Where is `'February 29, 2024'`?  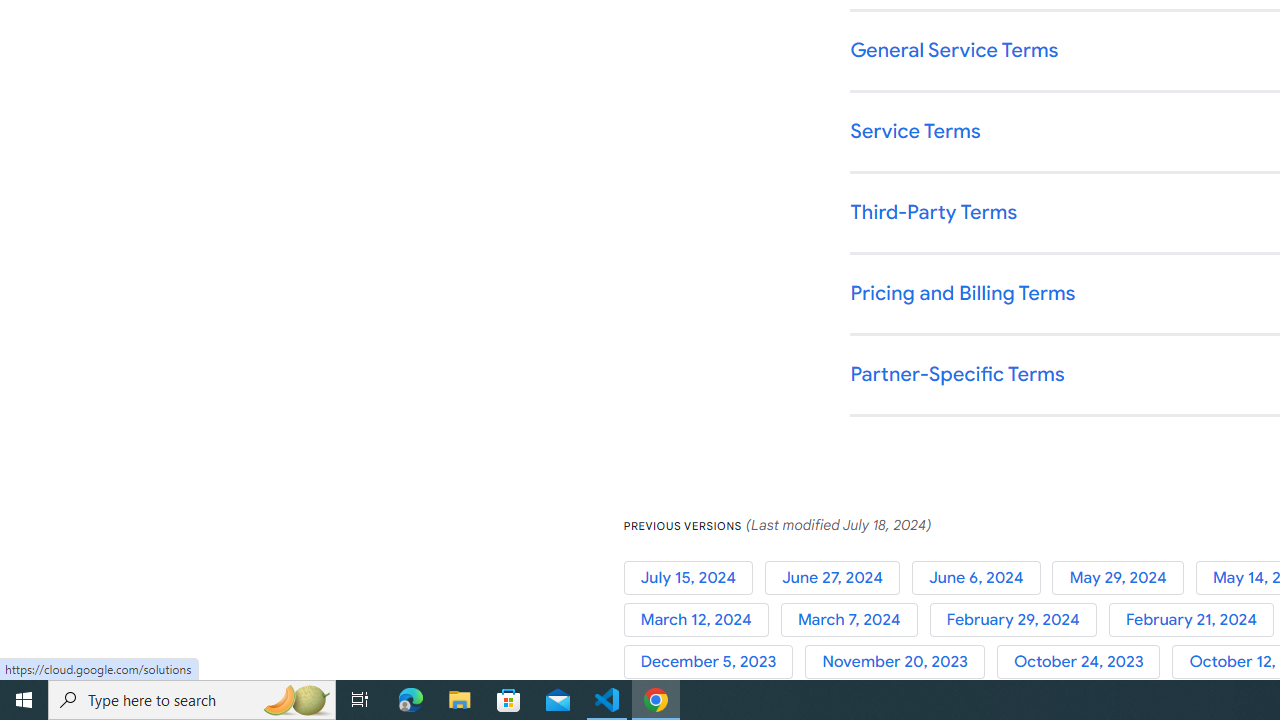 'February 29, 2024' is located at coordinates (1018, 619).